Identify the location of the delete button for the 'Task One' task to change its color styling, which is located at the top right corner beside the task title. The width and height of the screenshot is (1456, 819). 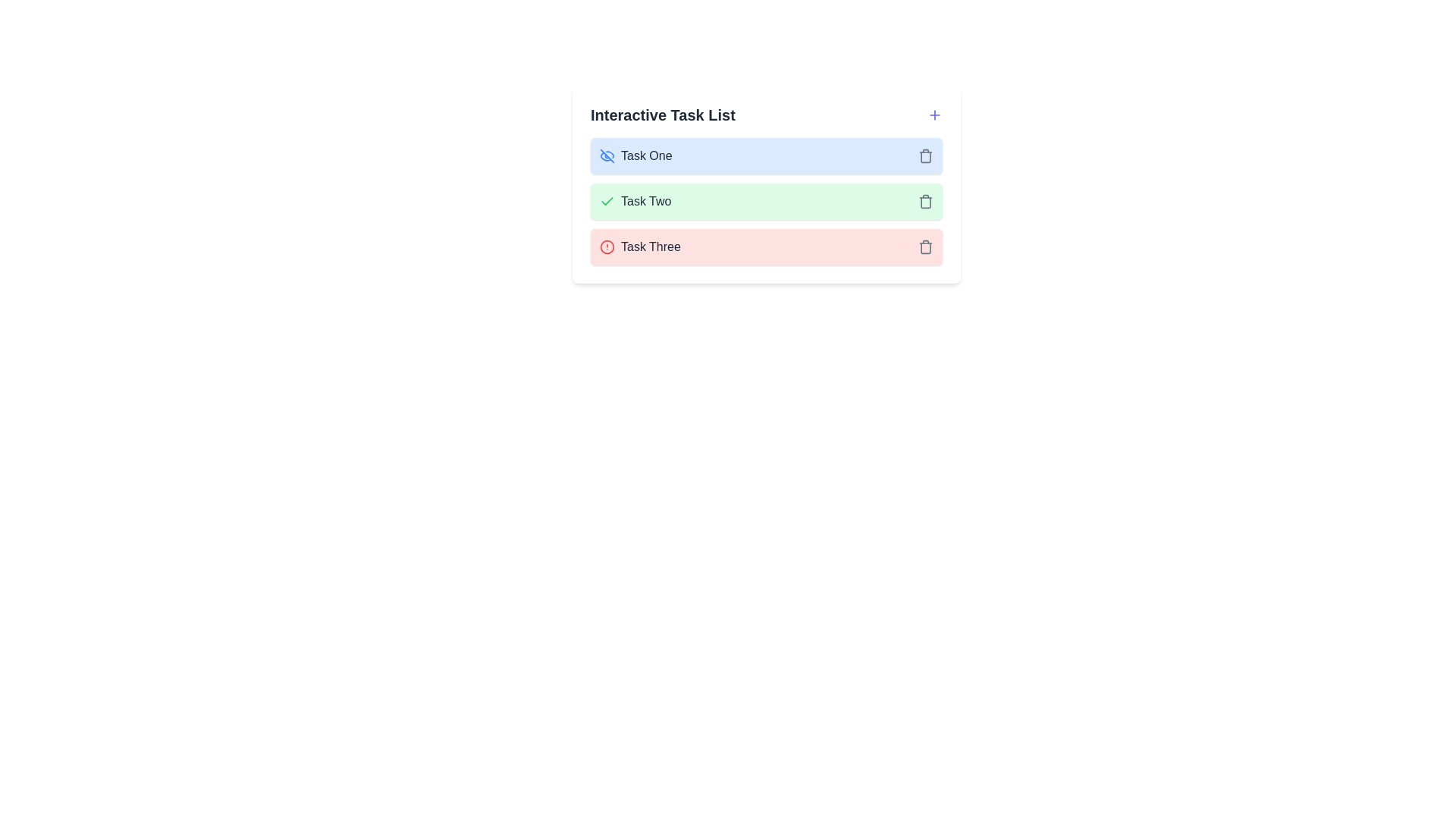
(924, 155).